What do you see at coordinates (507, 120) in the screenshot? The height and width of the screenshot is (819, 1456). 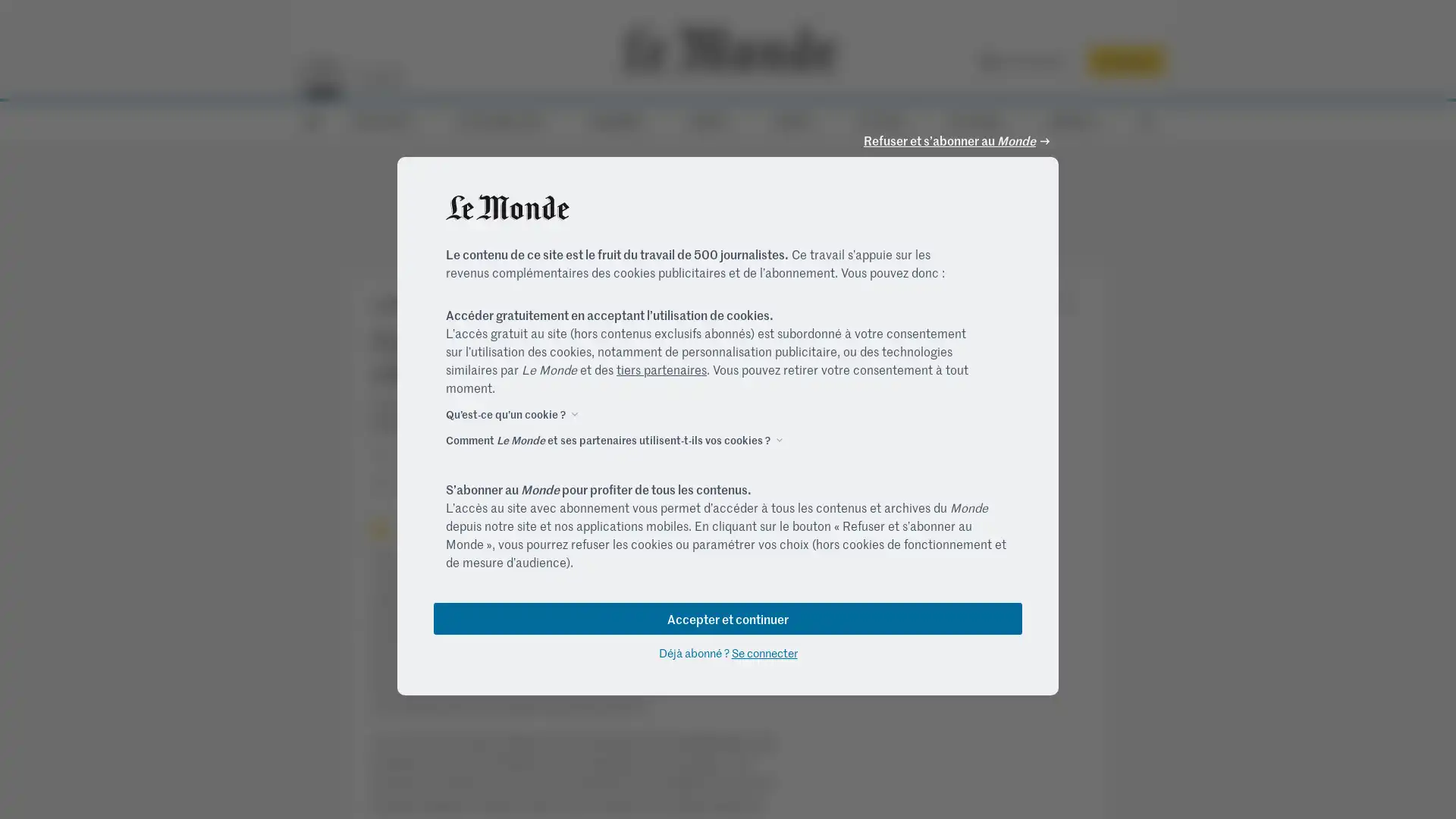 I see `ELECTIONS 2022` at bounding box center [507, 120].